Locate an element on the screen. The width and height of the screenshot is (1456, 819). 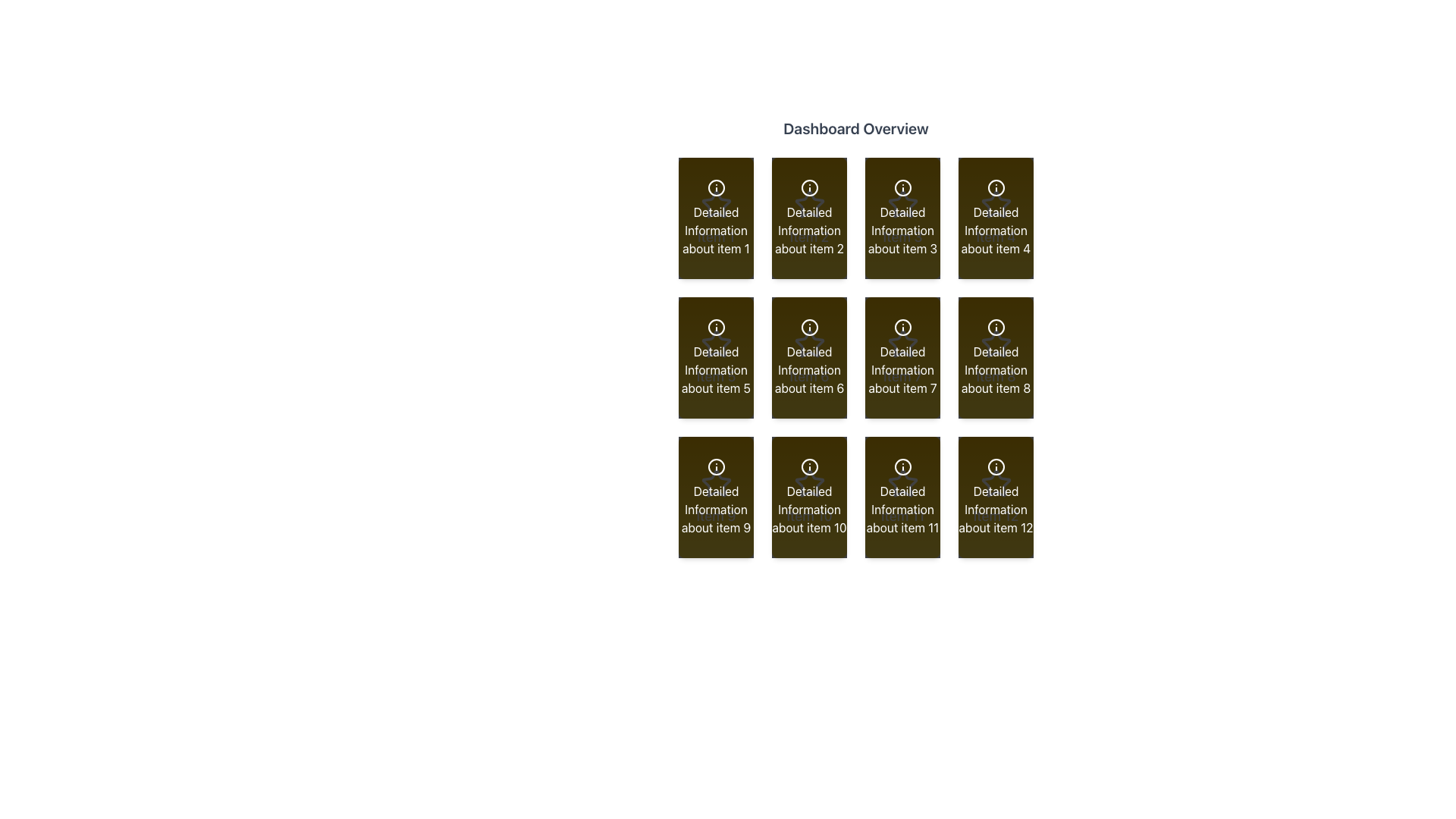
the text element that reads 'Item 4', which is styled with a medium font size, white color, and bold weight, located within a yellow gradient background panel is located at coordinates (996, 237).